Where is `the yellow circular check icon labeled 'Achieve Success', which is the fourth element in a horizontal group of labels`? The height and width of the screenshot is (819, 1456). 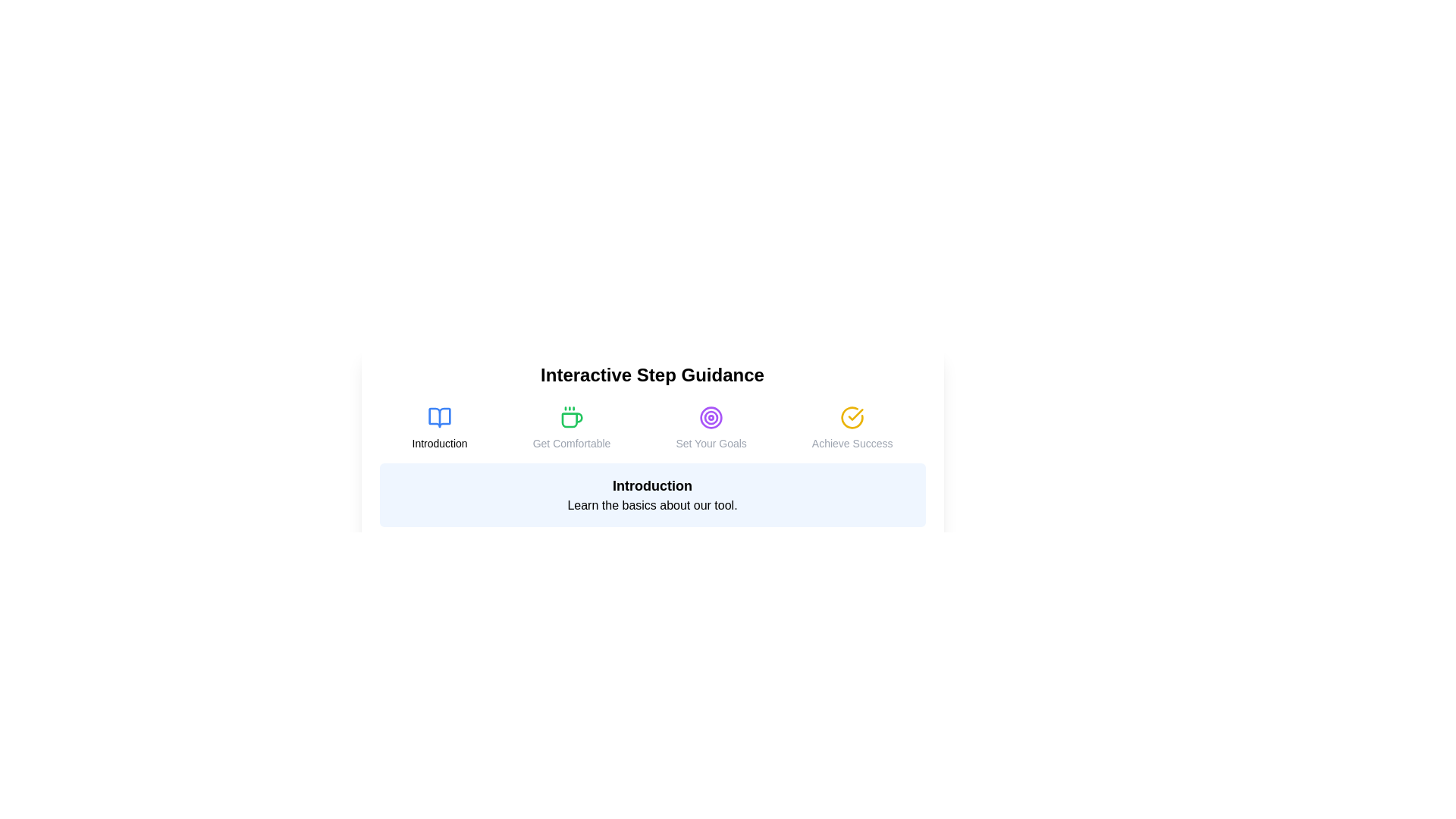
the yellow circular check icon labeled 'Achieve Success', which is the fourth element in a horizontal group of labels is located at coordinates (852, 428).